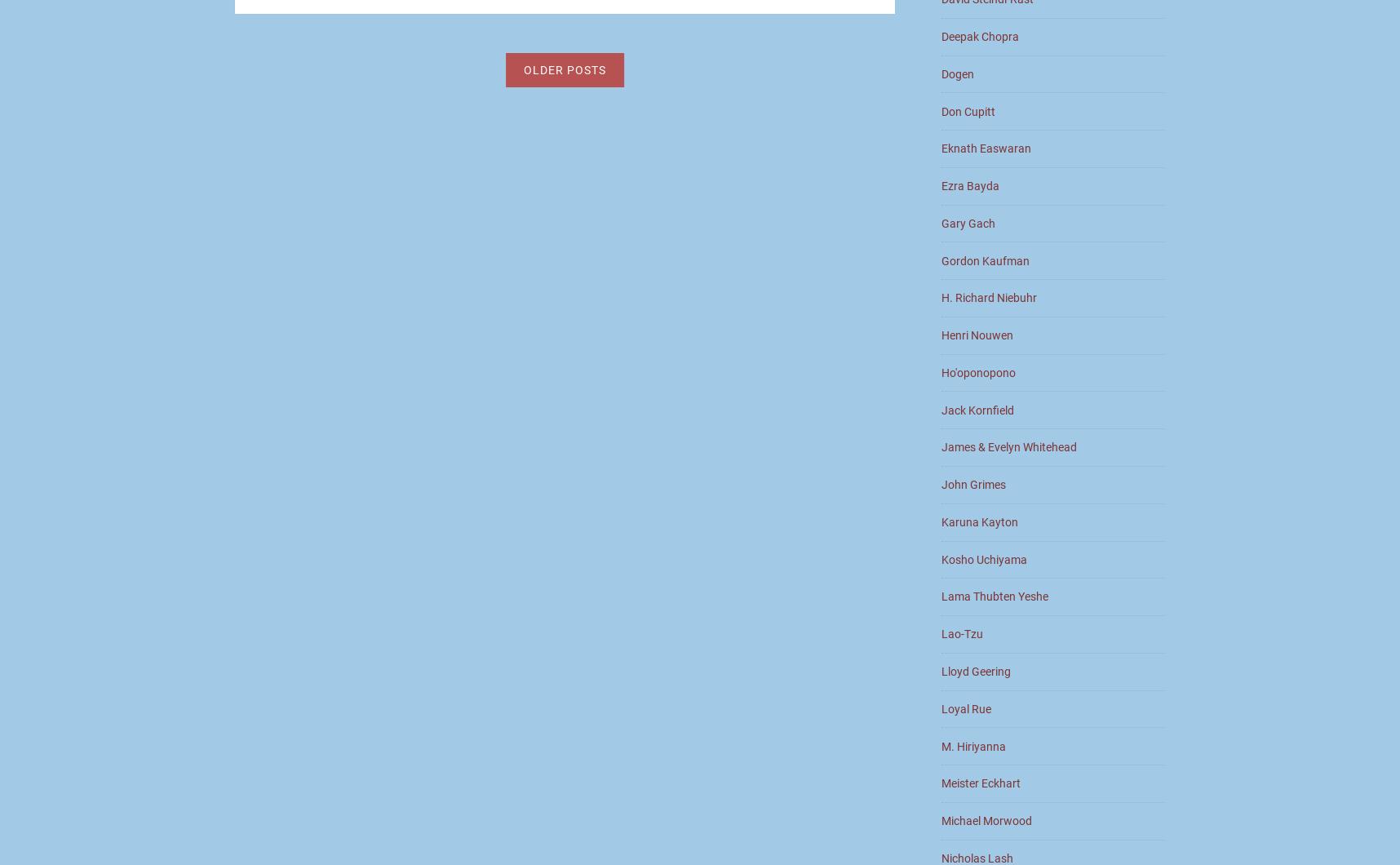 The width and height of the screenshot is (1400, 865). I want to click on 'Eknath Easwaran', so click(986, 148).